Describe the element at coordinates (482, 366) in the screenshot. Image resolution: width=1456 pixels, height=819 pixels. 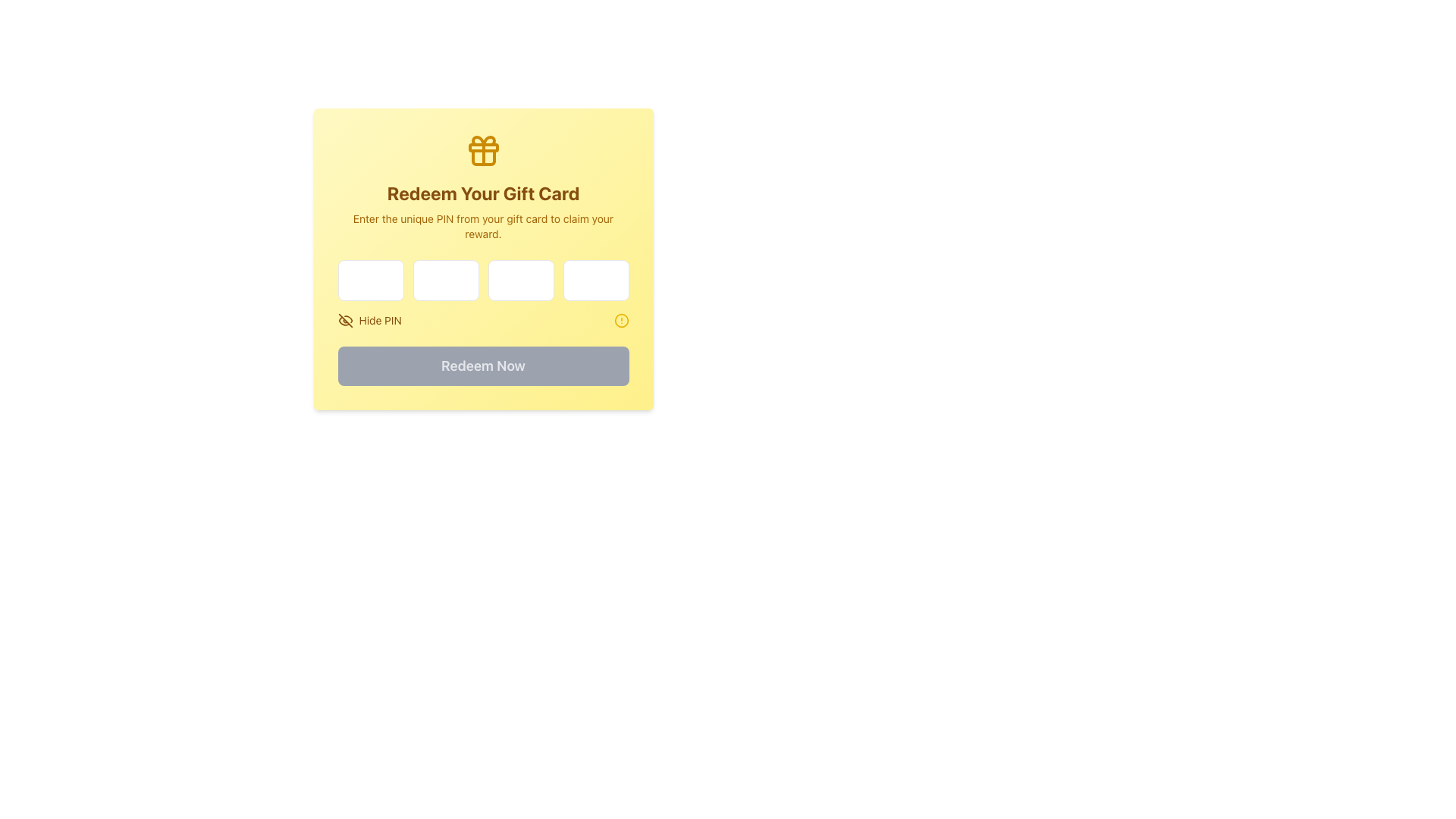
I see `the disabled gift card redemption button located at the bottom of the card section with a yellow gradient background, which contains the title 'Redeem Your Gift Card'` at that location.